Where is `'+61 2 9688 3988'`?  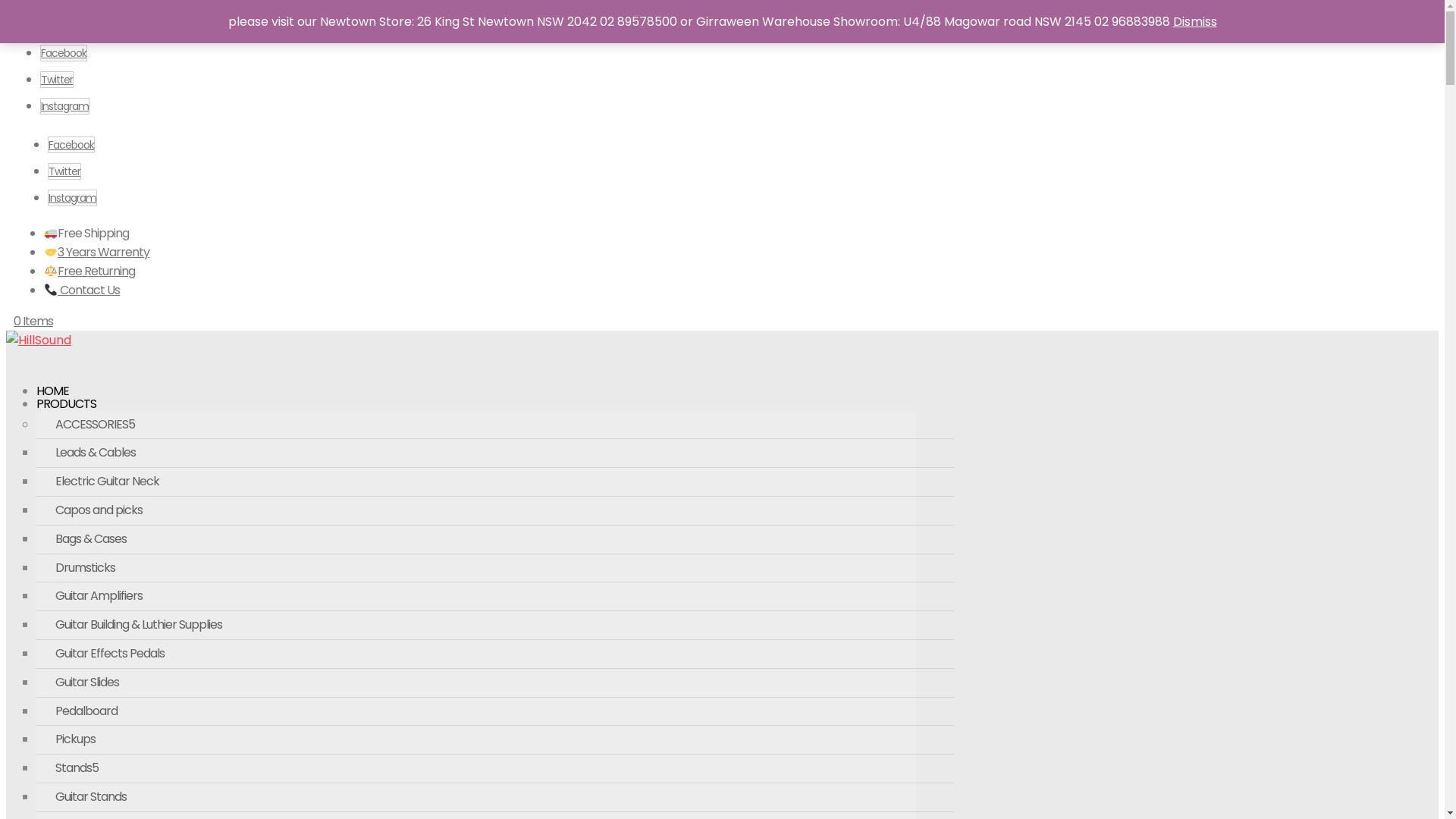
'+61 2 9688 3988' is located at coordinates (44, 17).